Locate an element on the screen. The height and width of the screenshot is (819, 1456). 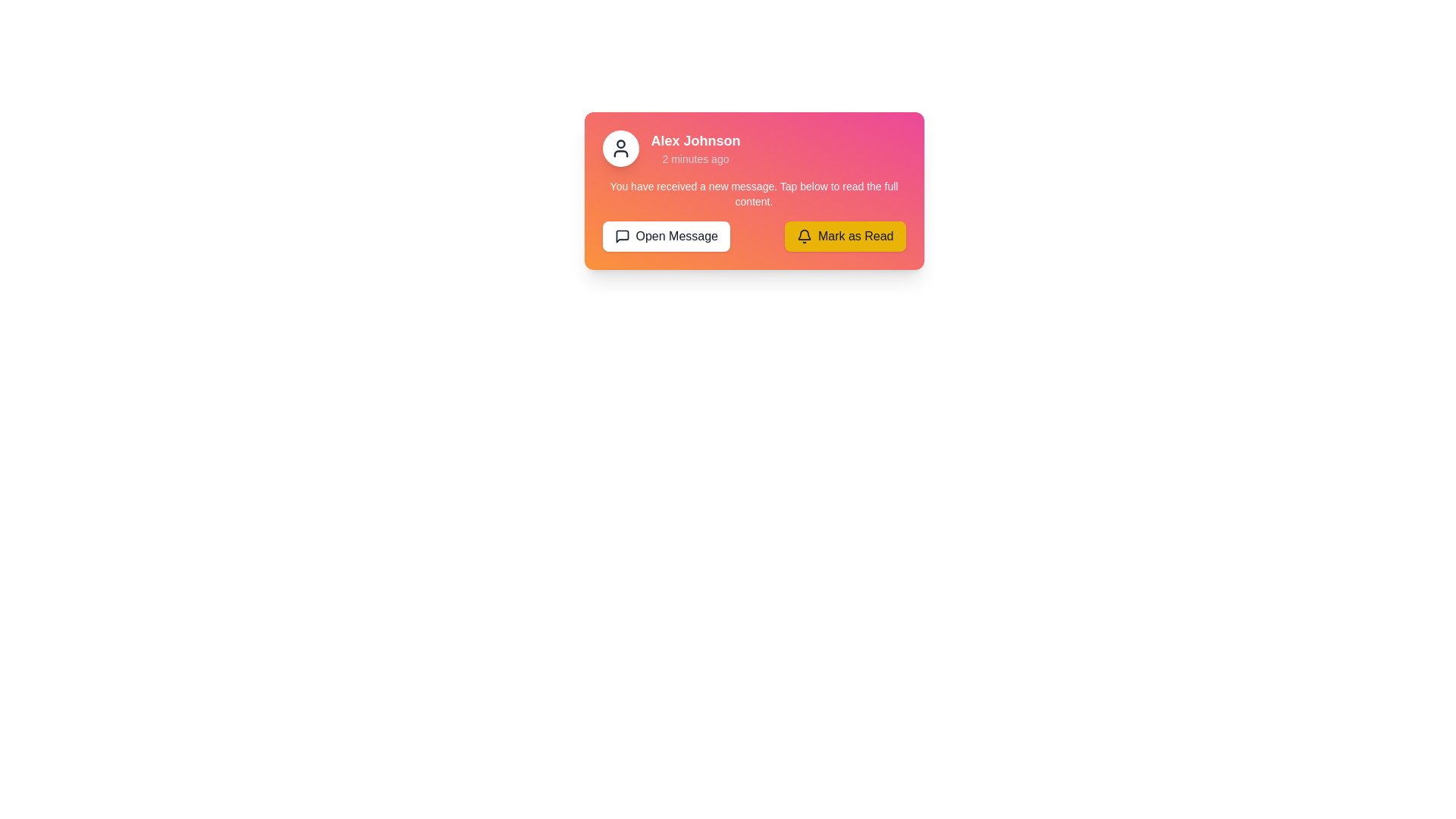
the textual label that displays 'Alex Johnson' with subtitle '2 minutes ago' in the notification card, which is aligned to the right of the circular avatar icon is located at coordinates (695, 149).